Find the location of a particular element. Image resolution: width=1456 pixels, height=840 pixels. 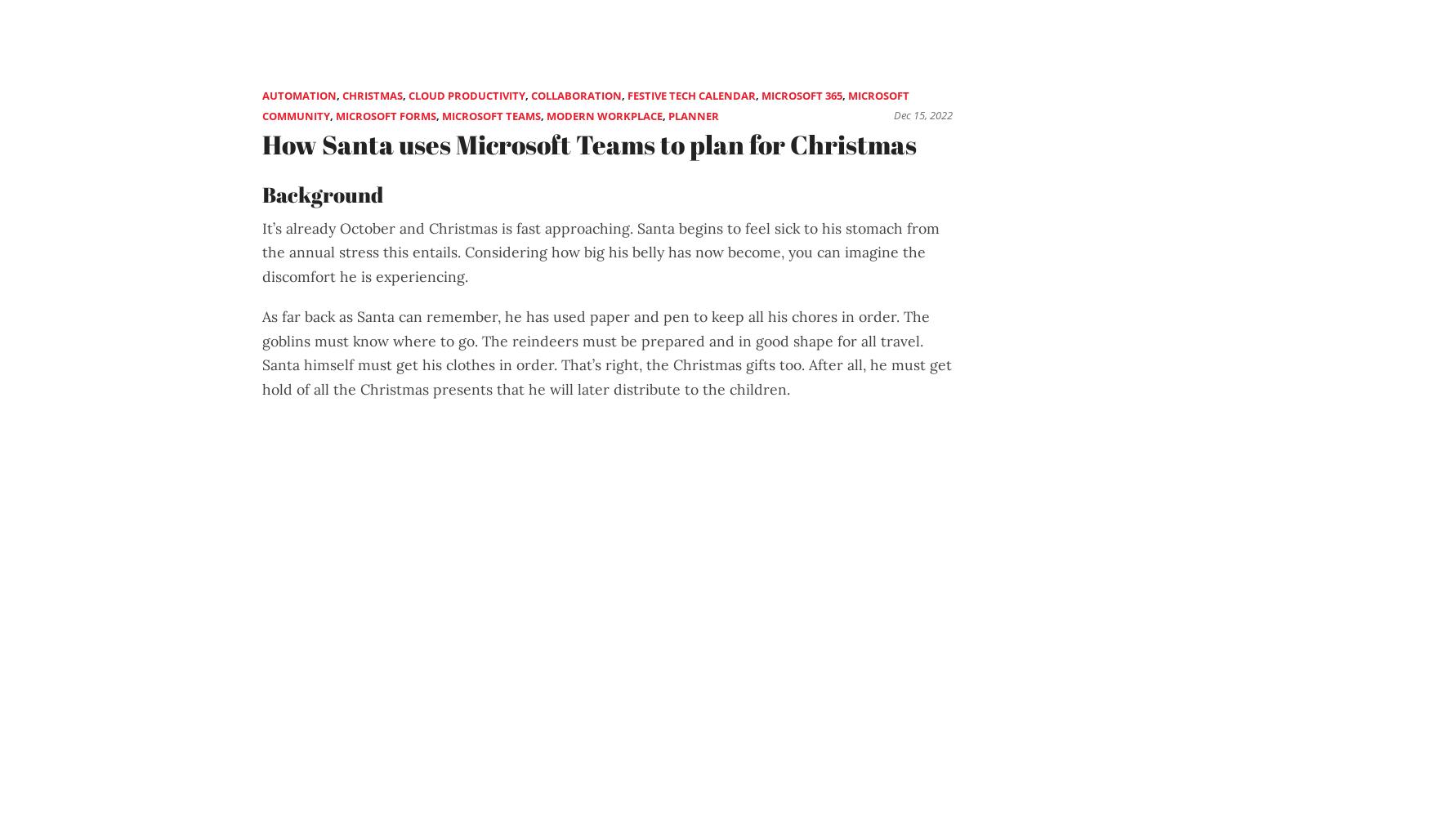

'How Santa uses Microsoft Teams to plan for Christmas' is located at coordinates (589, 144).